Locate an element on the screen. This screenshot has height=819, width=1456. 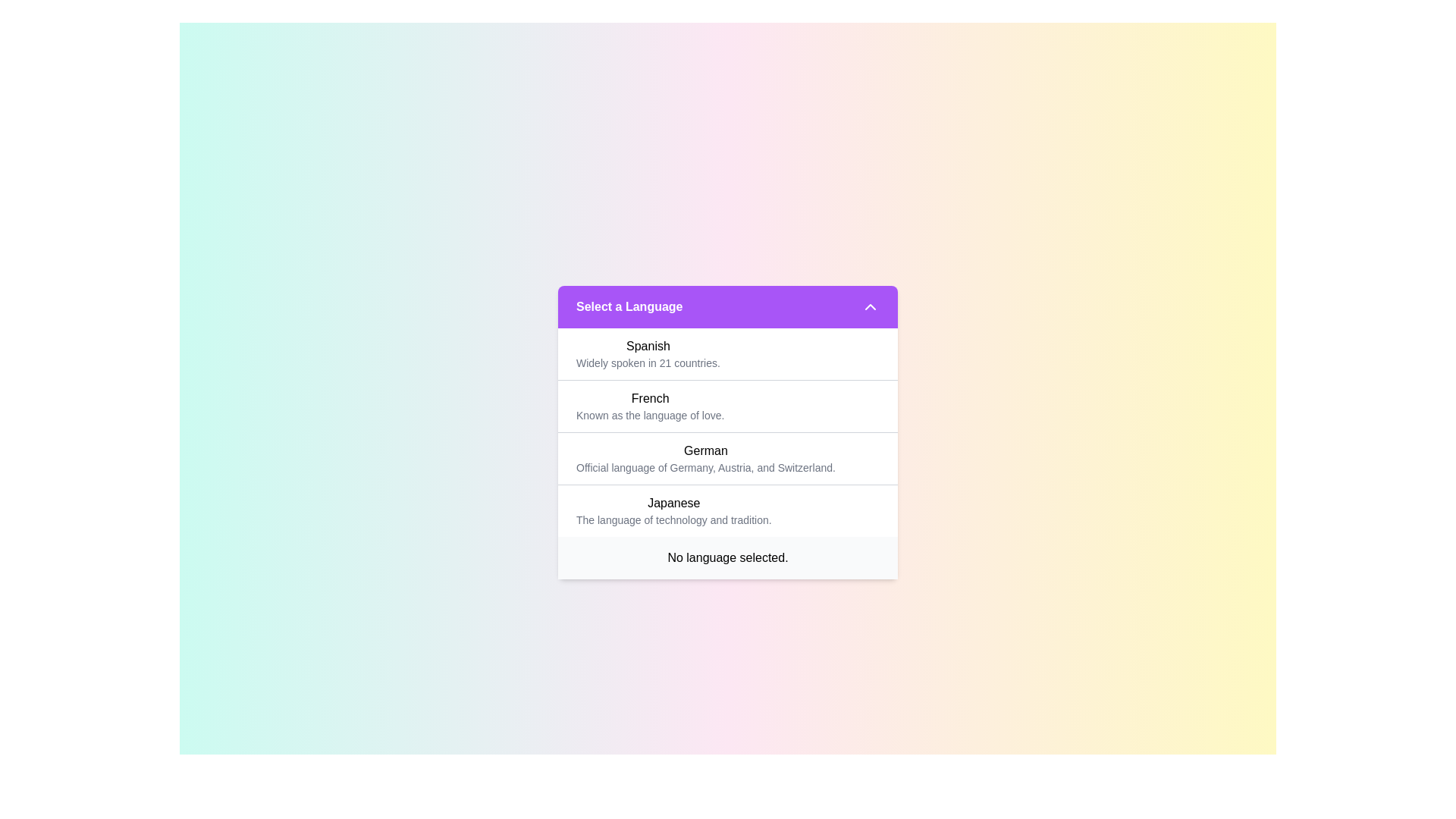
the selectable list item for 'French,' which is the second option in the dropdown list is located at coordinates (728, 432).